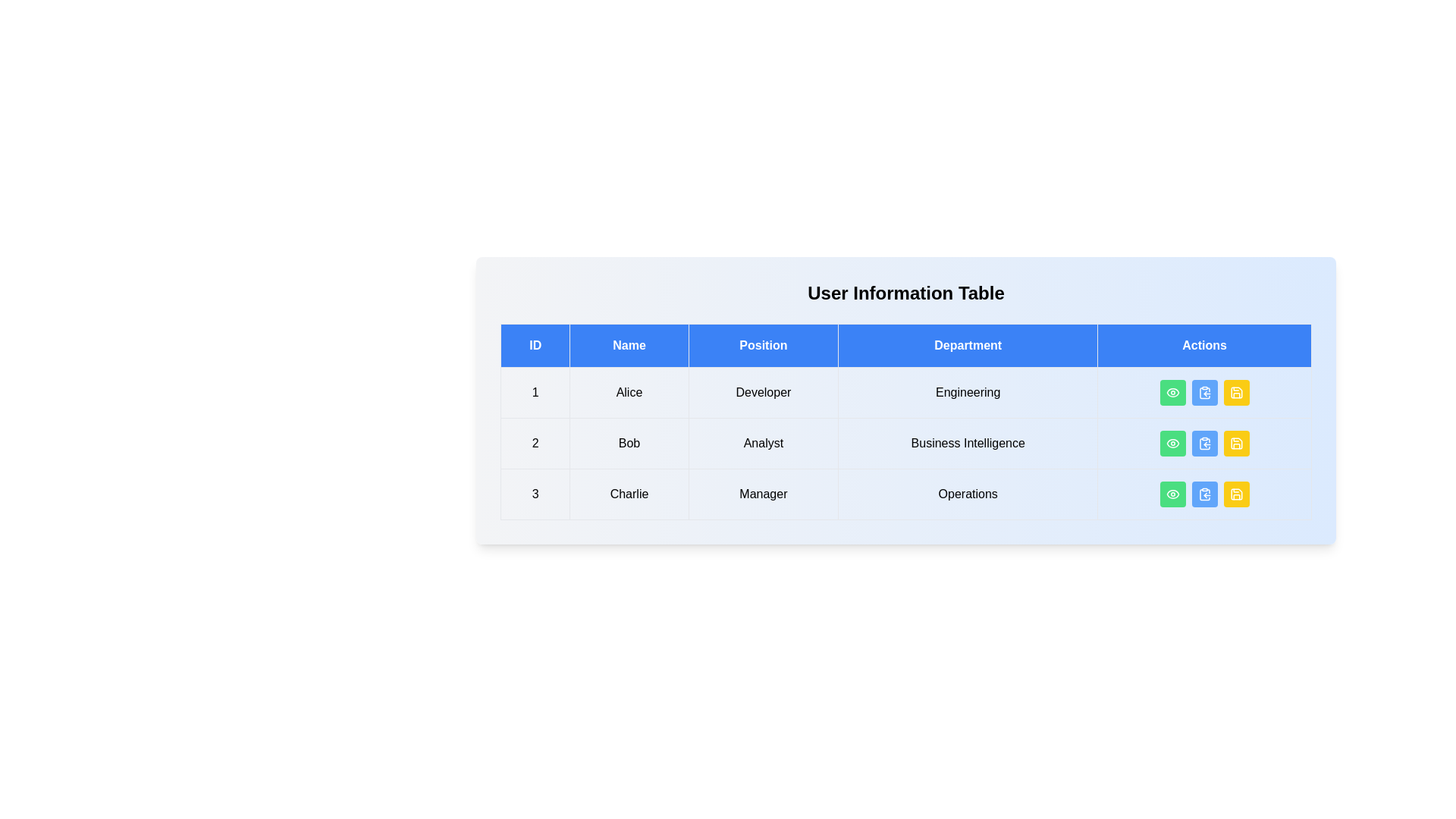 Image resolution: width=1456 pixels, height=819 pixels. What do you see at coordinates (1203, 494) in the screenshot?
I see `the copy button for the user with ID 3` at bounding box center [1203, 494].